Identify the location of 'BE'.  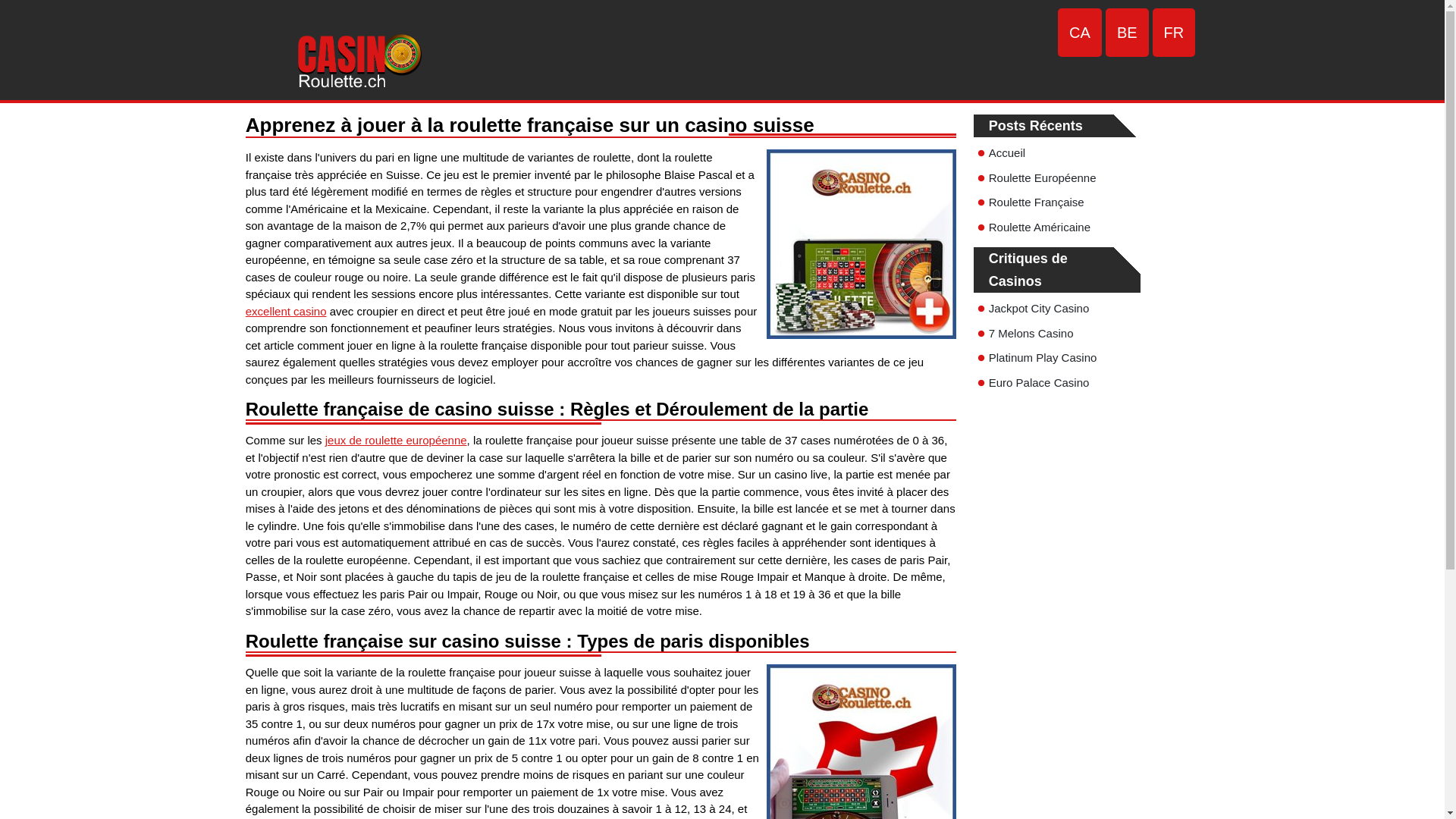
(1127, 32).